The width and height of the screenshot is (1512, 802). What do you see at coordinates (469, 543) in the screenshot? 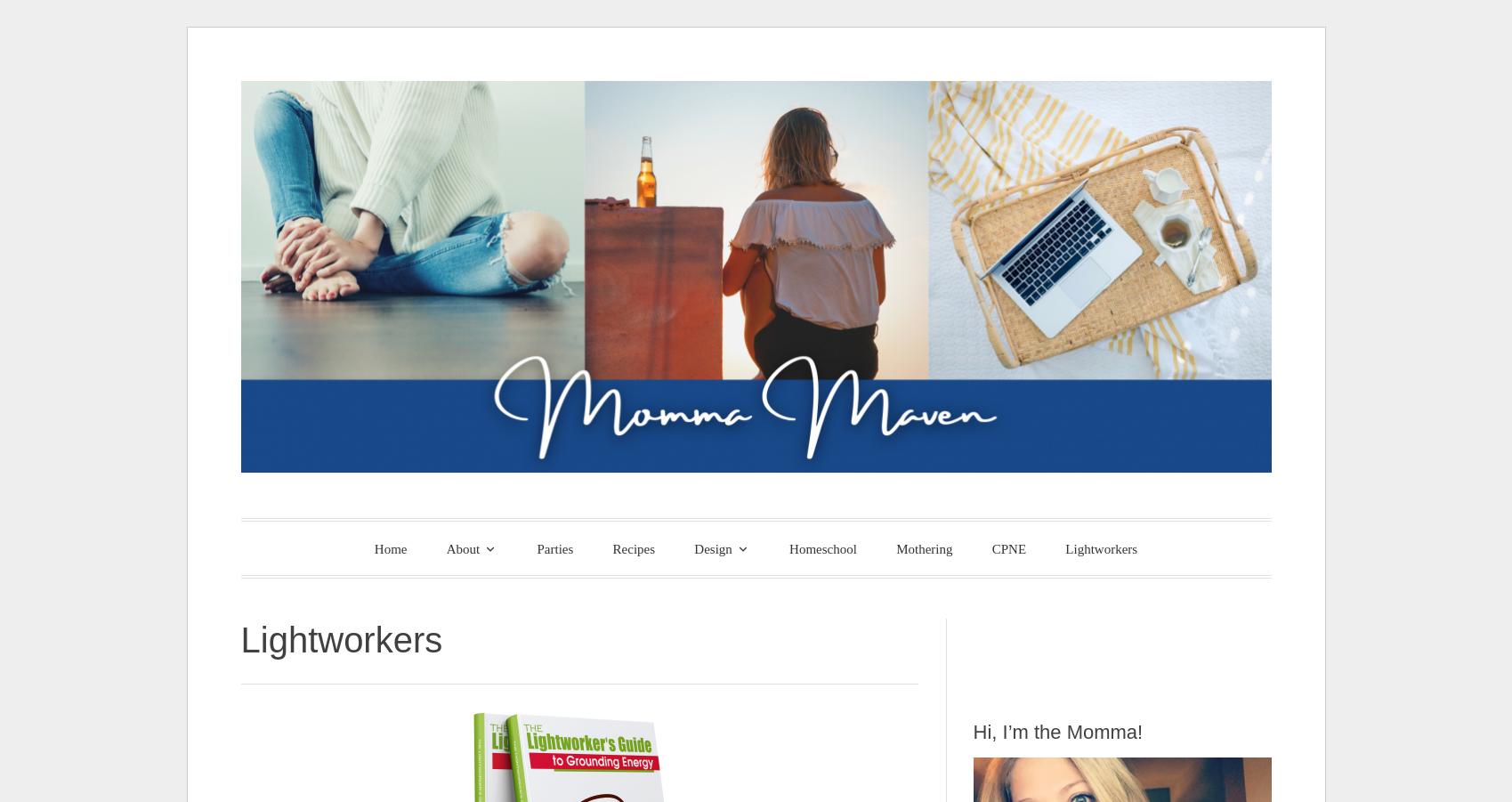
I see `'Momma Maven'` at bounding box center [469, 543].